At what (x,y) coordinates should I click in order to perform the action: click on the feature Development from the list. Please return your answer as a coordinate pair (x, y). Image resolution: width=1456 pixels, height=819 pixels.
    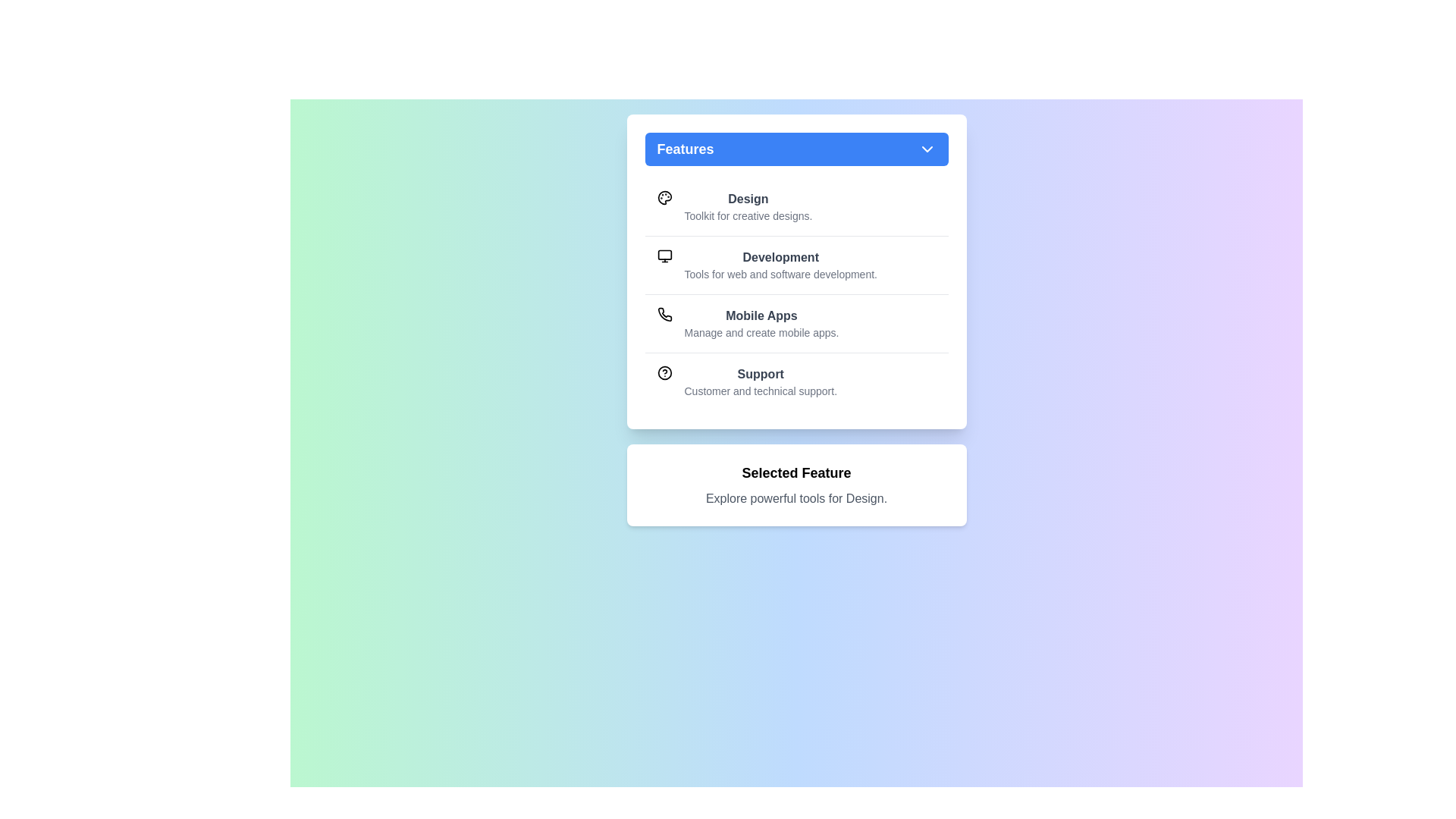
    Looking at the image, I should click on (795, 264).